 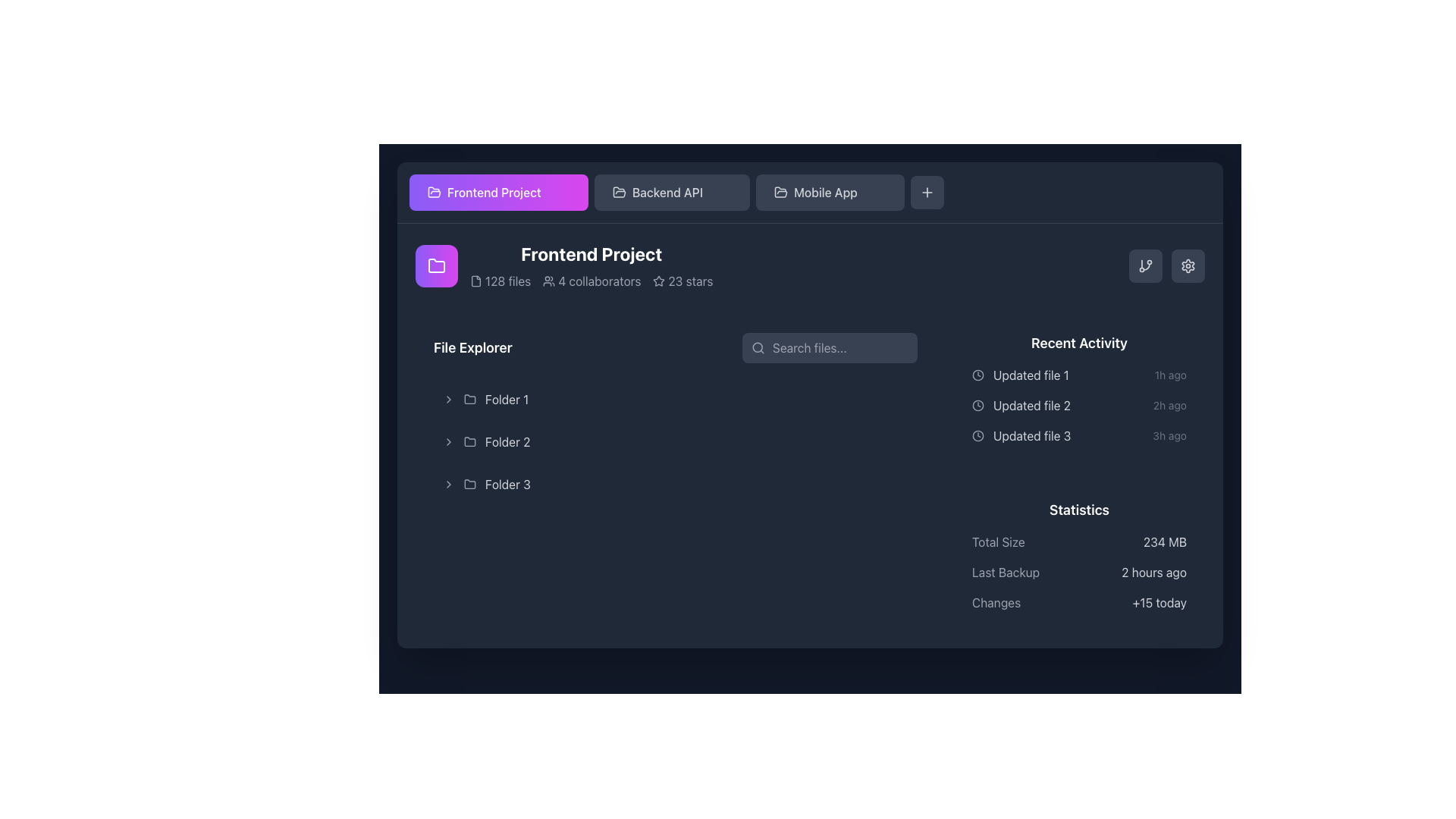 What do you see at coordinates (1169, 405) in the screenshot?
I see `the timestamp text label indicating 'Updated file 2' last occurred two hours ago, located in the 'Recent Activity' section, as the second timestamp from the top` at bounding box center [1169, 405].